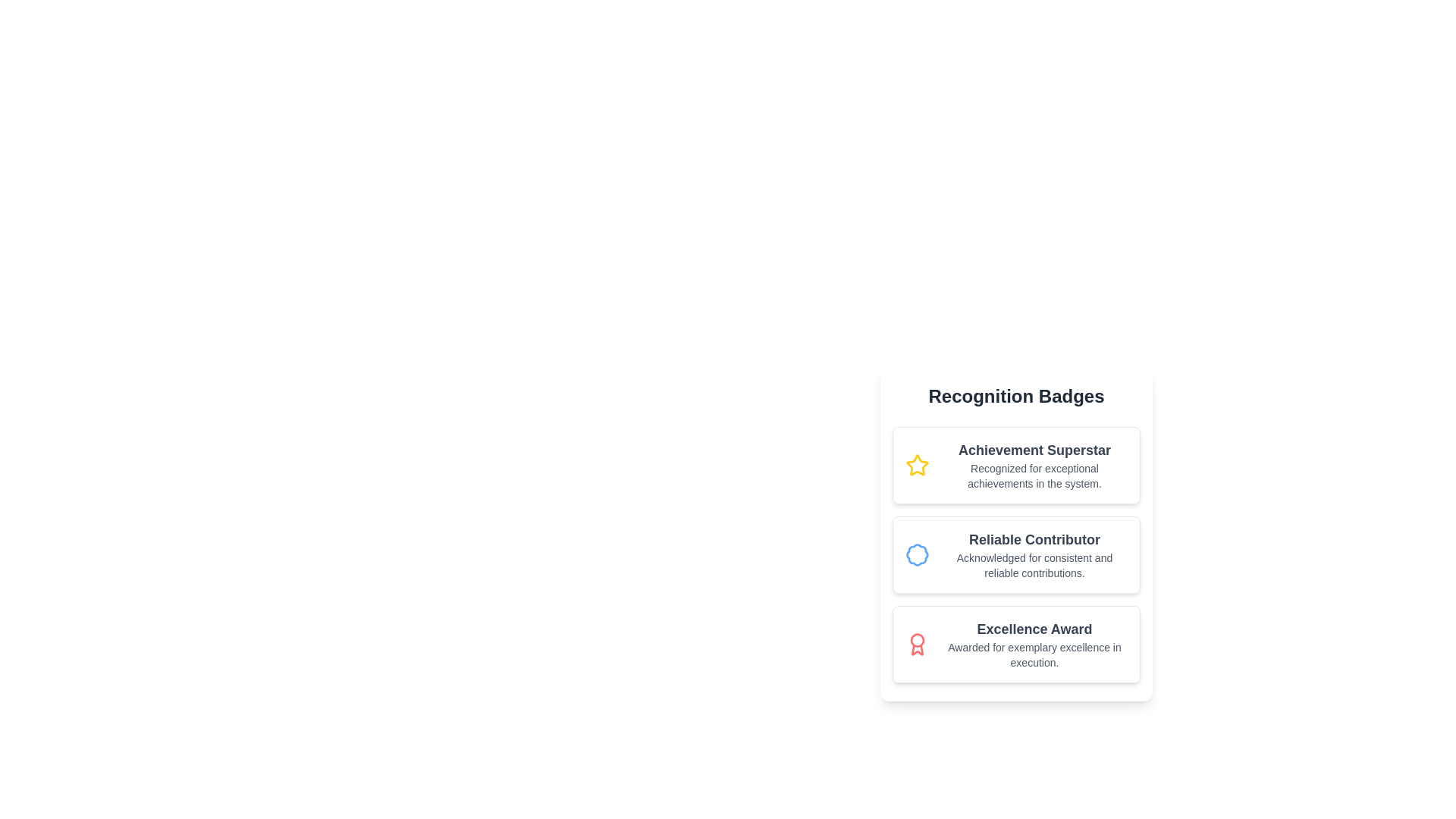 The width and height of the screenshot is (1456, 819). What do you see at coordinates (1034, 565) in the screenshot?
I see `the Text label providing additional information for the 'Reliable Contributor' badge, located below it in the recognition badges list` at bounding box center [1034, 565].